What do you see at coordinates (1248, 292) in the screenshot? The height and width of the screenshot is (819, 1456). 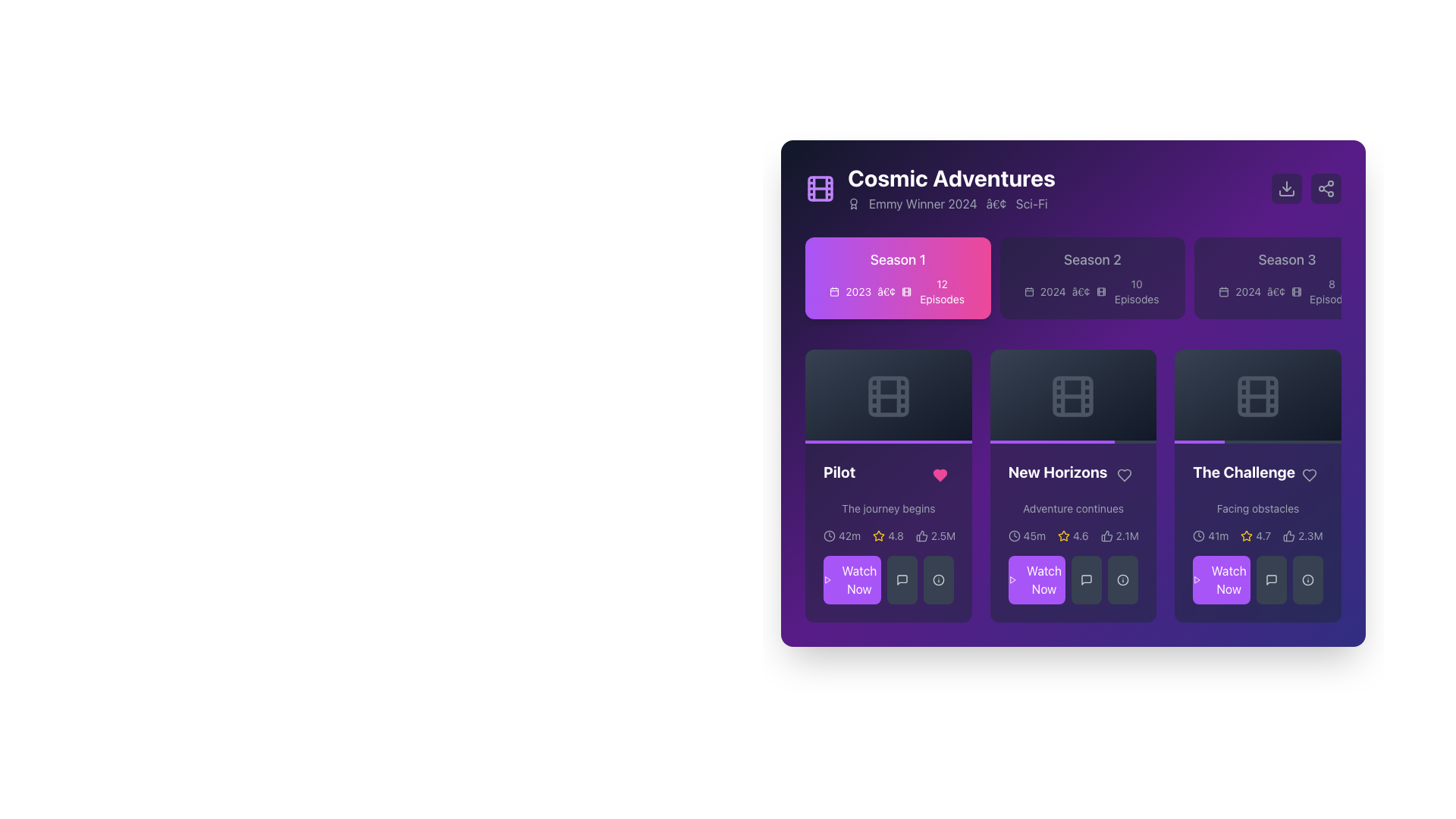 I see `the text label displaying the year '2024' in white font against a dark purple background to identify relevant information` at bounding box center [1248, 292].